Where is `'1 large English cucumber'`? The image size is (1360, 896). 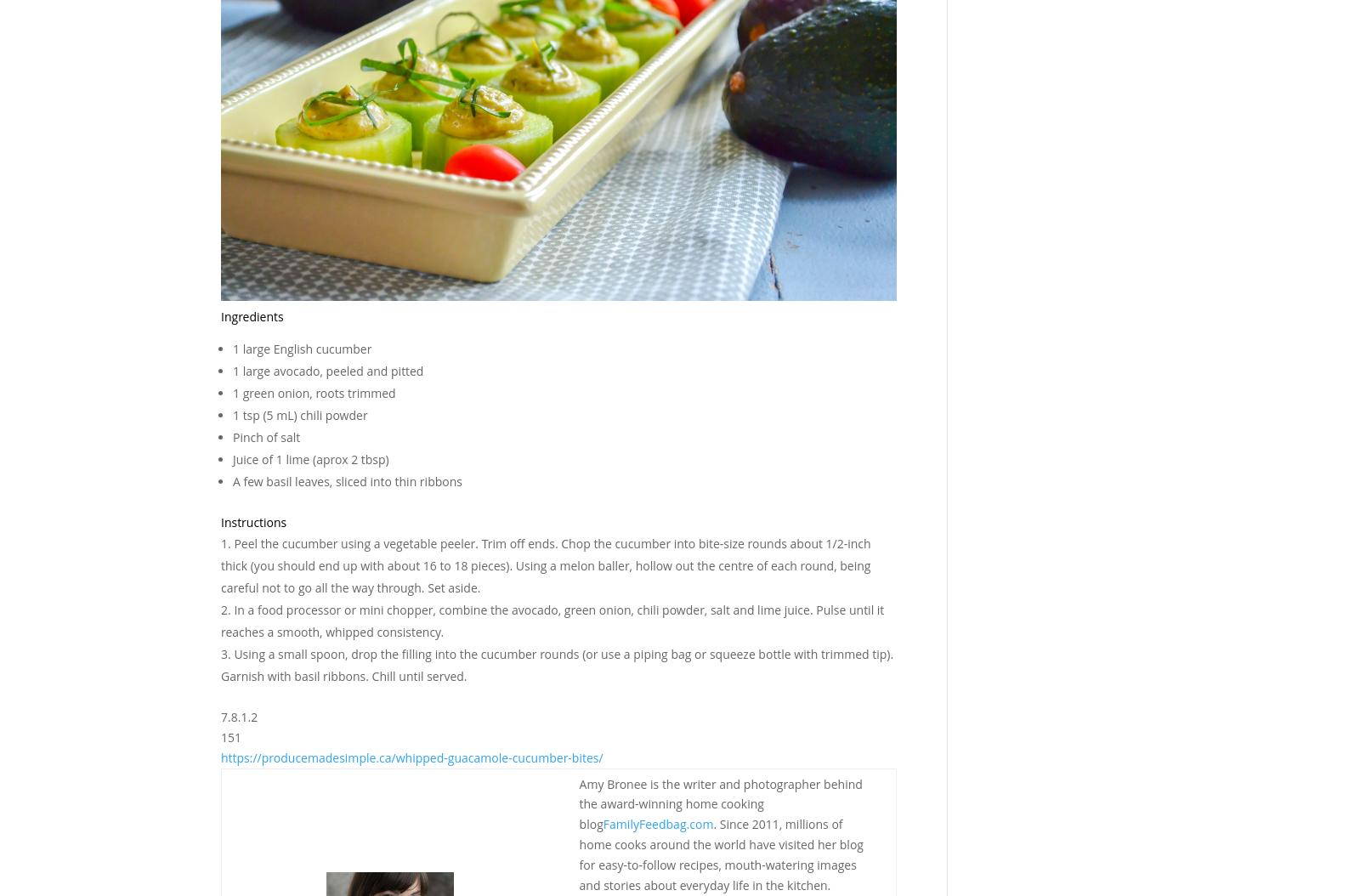
'1 large English cucumber' is located at coordinates (302, 348).